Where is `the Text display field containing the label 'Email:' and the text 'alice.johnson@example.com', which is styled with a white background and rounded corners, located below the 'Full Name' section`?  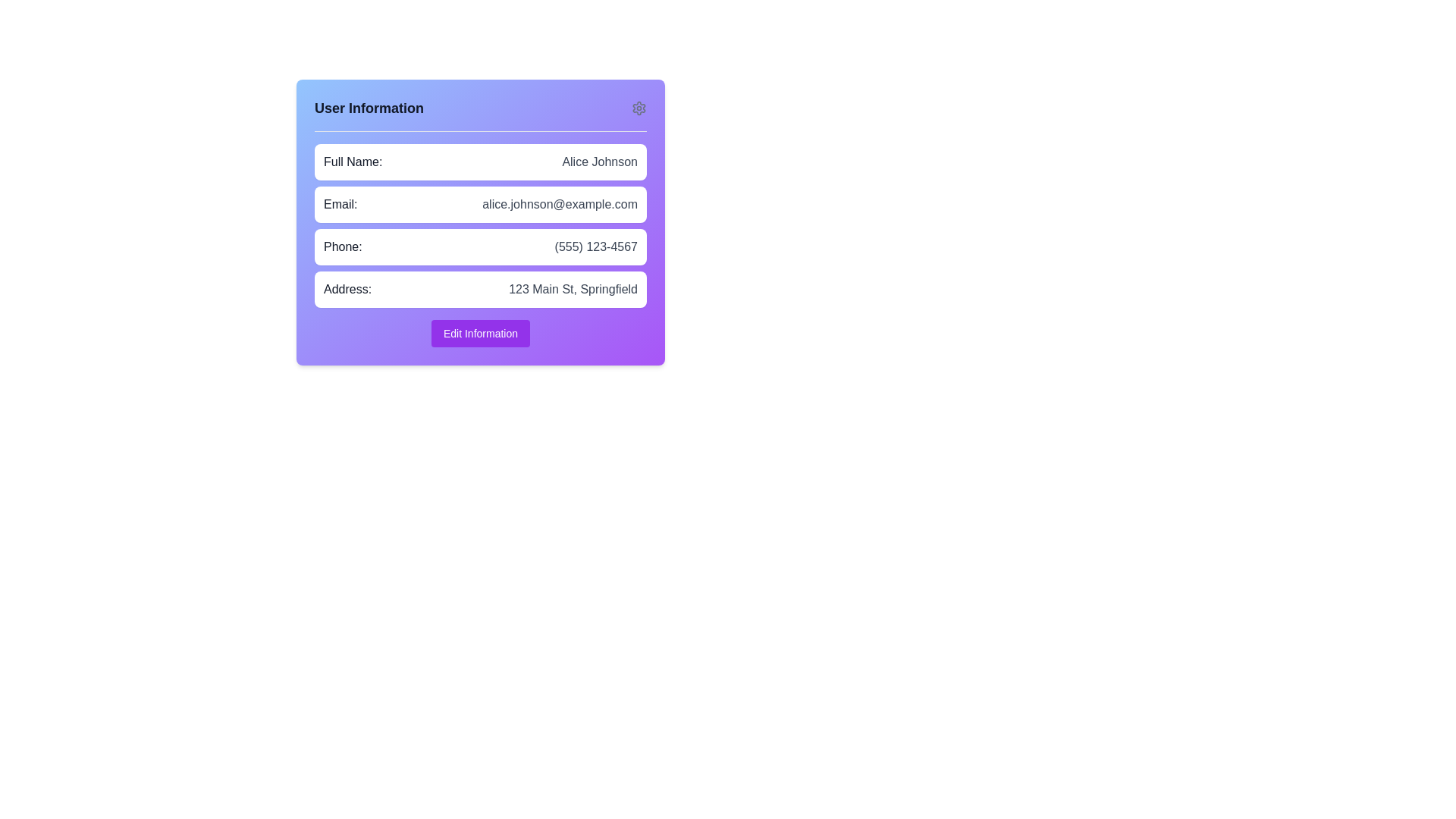
the Text display field containing the label 'Email:' and the text 'alice.johnson@example.com', which is styled with a white background and rounded corners, located below the 'Full Name' section is located at coordinates (479, 205).